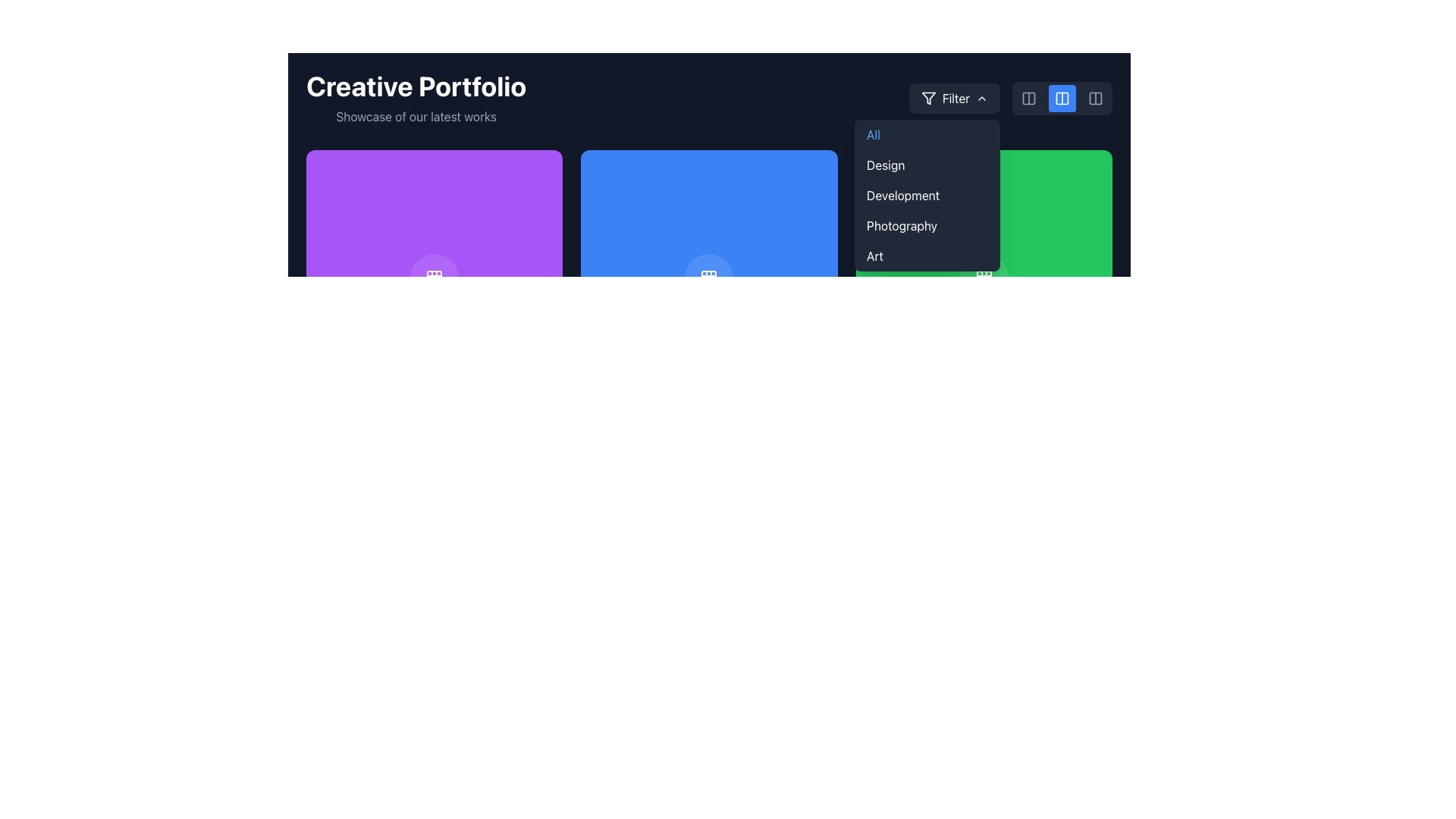 This screenshot has width=1456, height=819. I want to click on the split-view toggle icon button located in the top-right corner of the interface to switch between different layouts or views, so click(1029, 99).